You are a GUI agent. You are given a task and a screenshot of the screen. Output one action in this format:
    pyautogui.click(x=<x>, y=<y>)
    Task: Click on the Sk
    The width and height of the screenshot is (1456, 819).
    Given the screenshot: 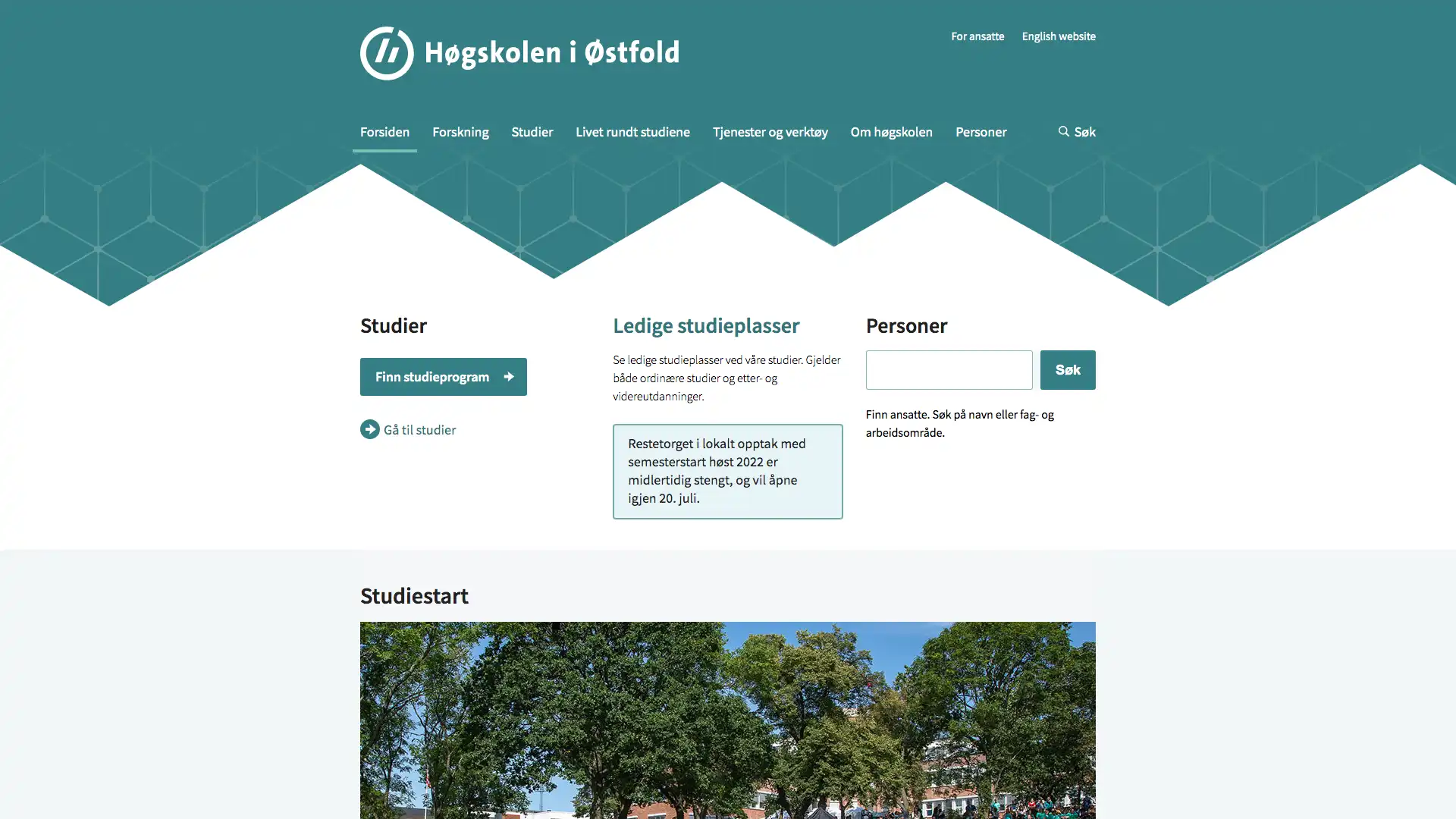 What is the action you would take?
    pyautogui.click(x=921, y=152)
    